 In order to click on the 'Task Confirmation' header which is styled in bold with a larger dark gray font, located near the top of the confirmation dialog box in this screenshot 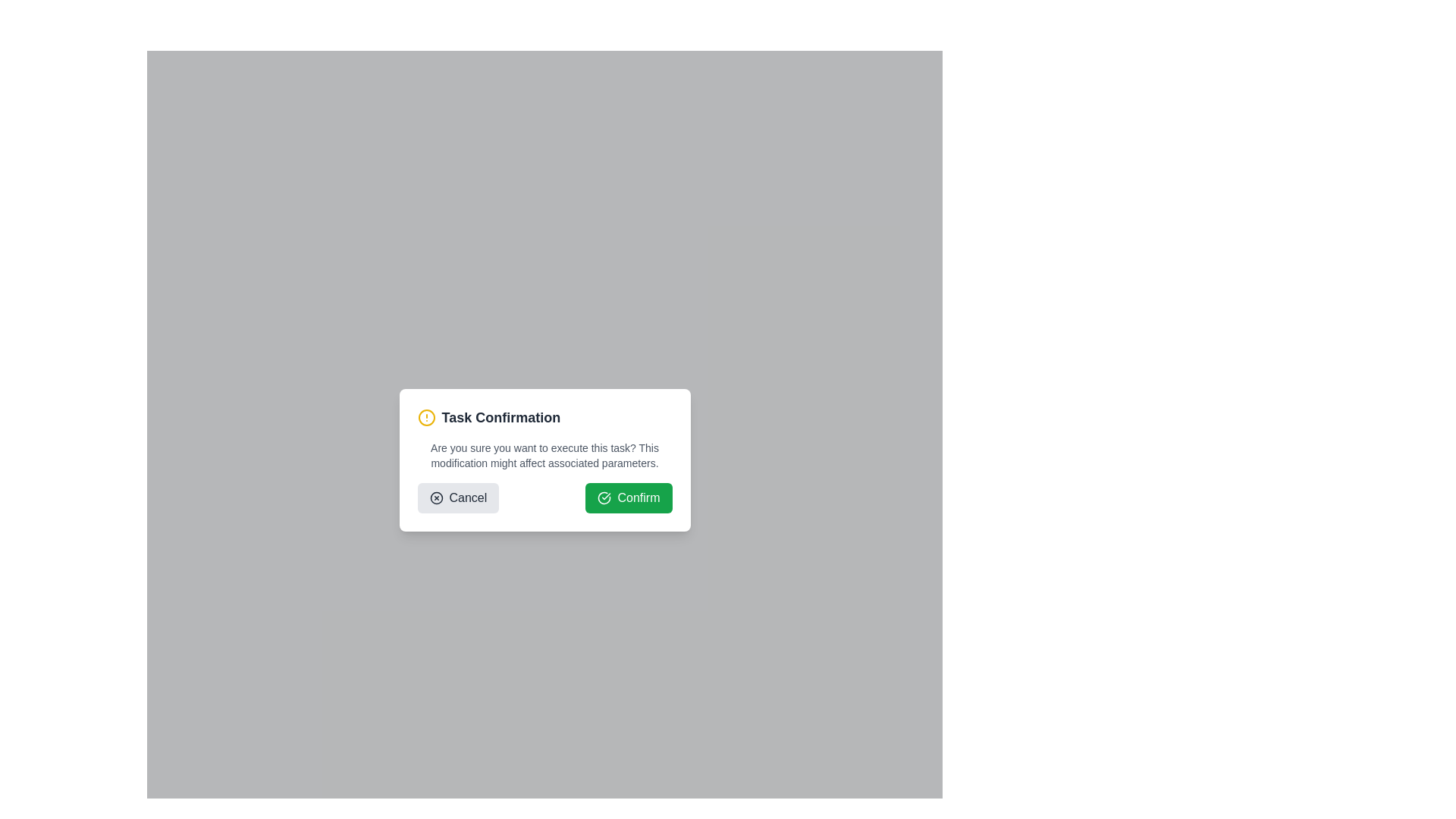, I will do `click(500, 418)`.